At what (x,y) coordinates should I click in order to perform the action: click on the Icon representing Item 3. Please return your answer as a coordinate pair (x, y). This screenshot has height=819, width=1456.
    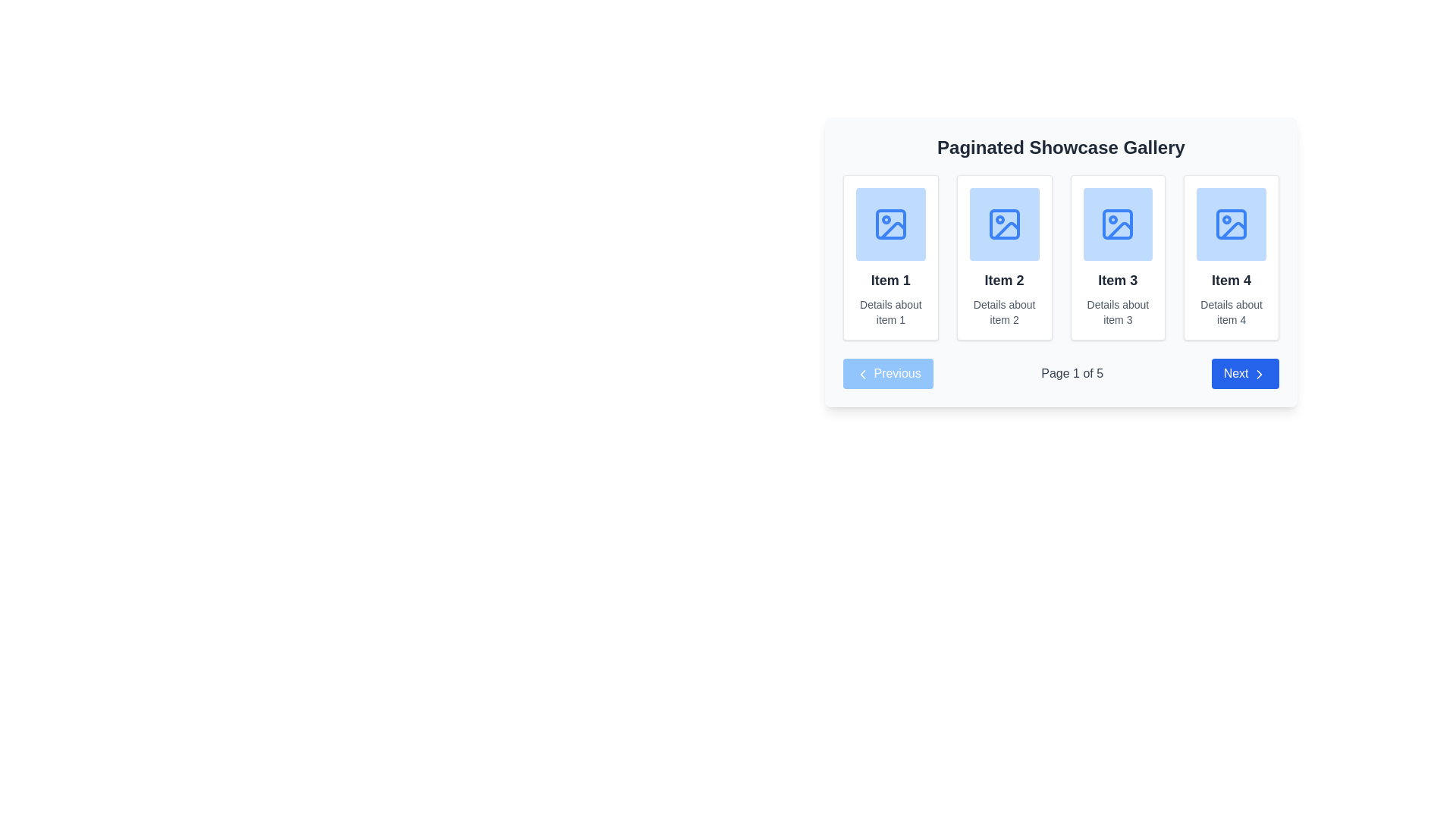
    Looking at the image, I should click on (1118, 224).